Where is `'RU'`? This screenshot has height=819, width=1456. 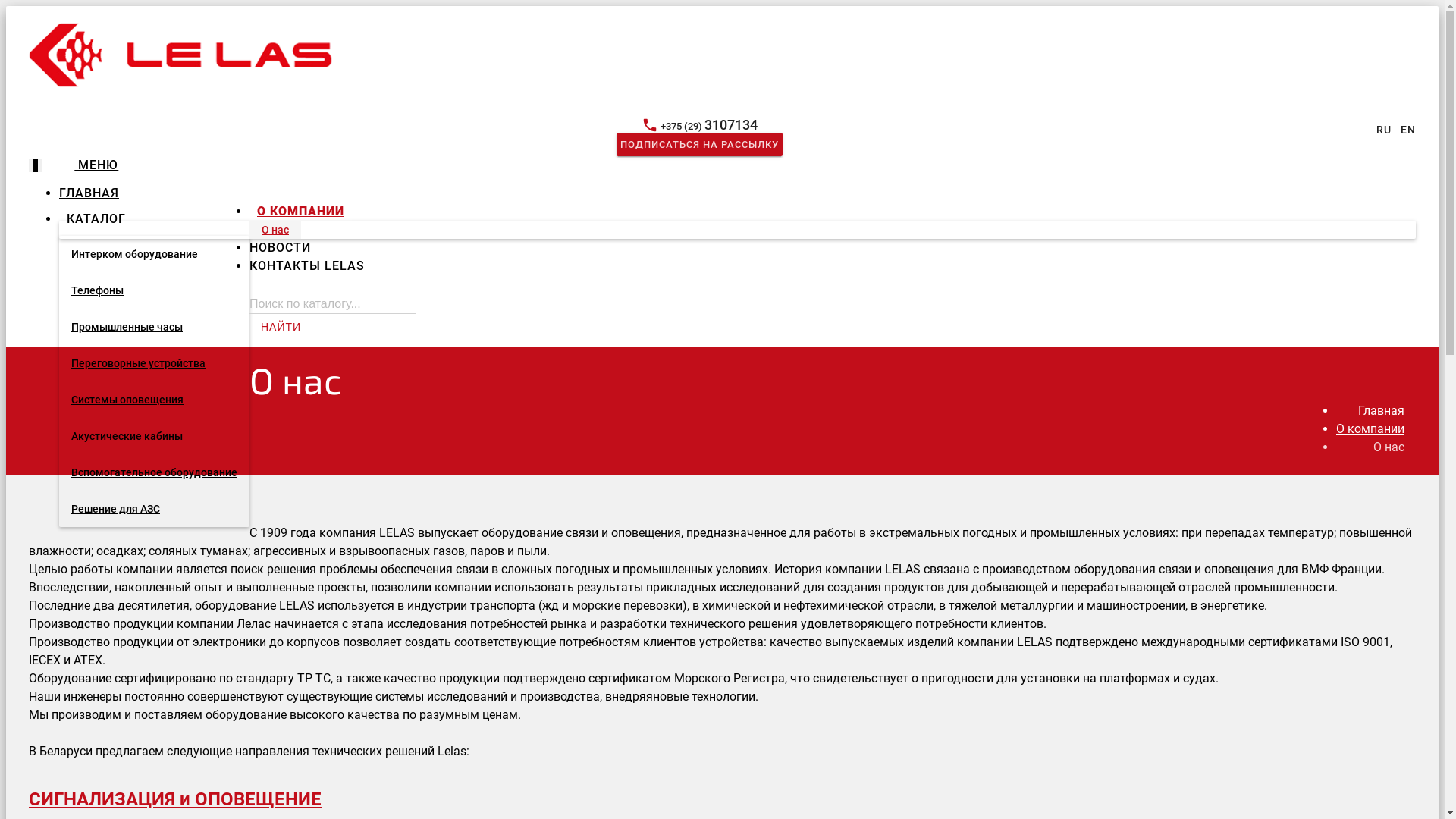
'RU' is located at coordinates (1383, 128).